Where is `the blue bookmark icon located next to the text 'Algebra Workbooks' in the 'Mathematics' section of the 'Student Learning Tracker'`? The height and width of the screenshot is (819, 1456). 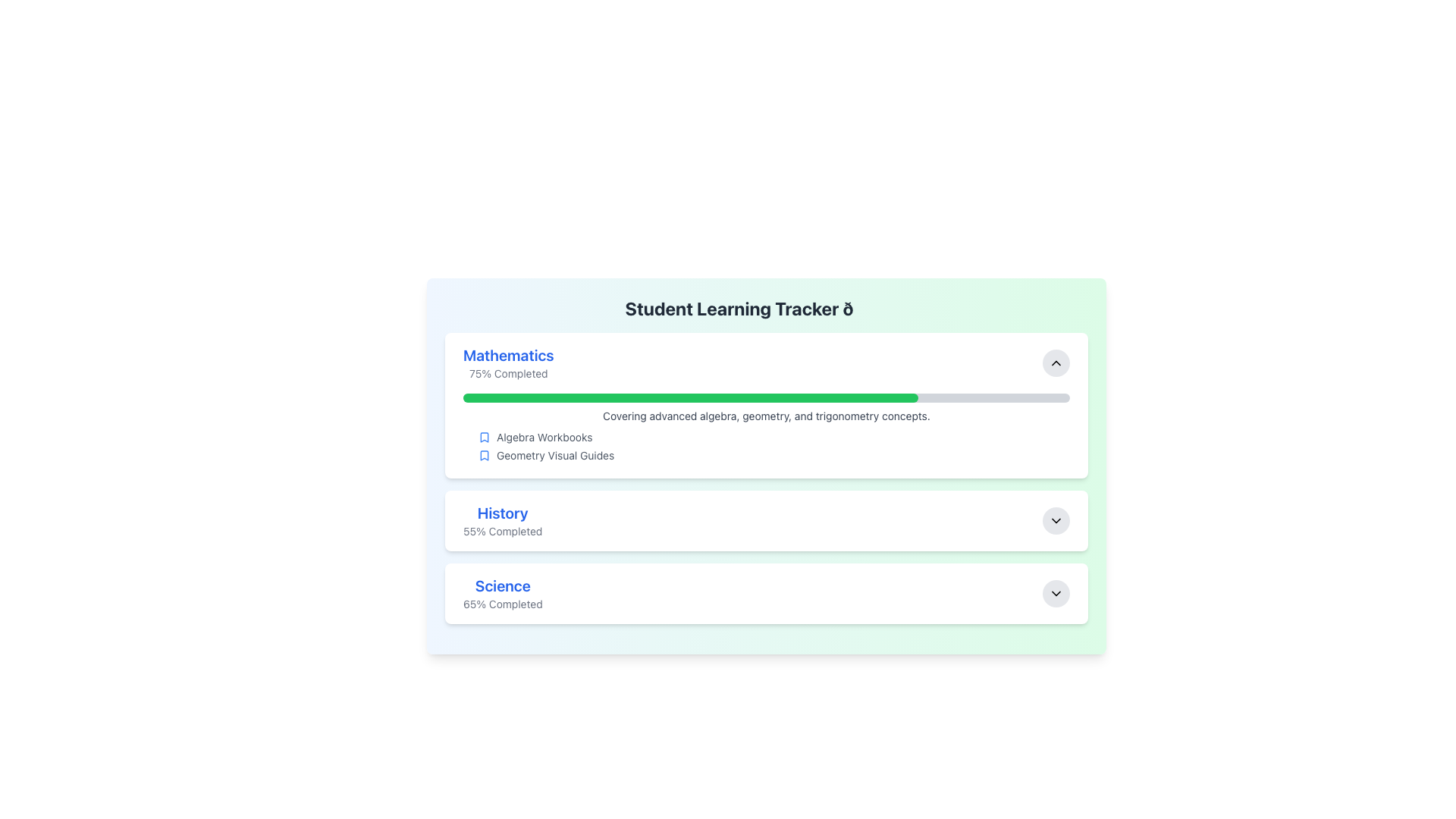 the blue bookmark icon located next to the text 'Algebra Workbooks' in the 'Mathematics' section of the 'Student Learning Tracker' is located at coordinates (483, 438).